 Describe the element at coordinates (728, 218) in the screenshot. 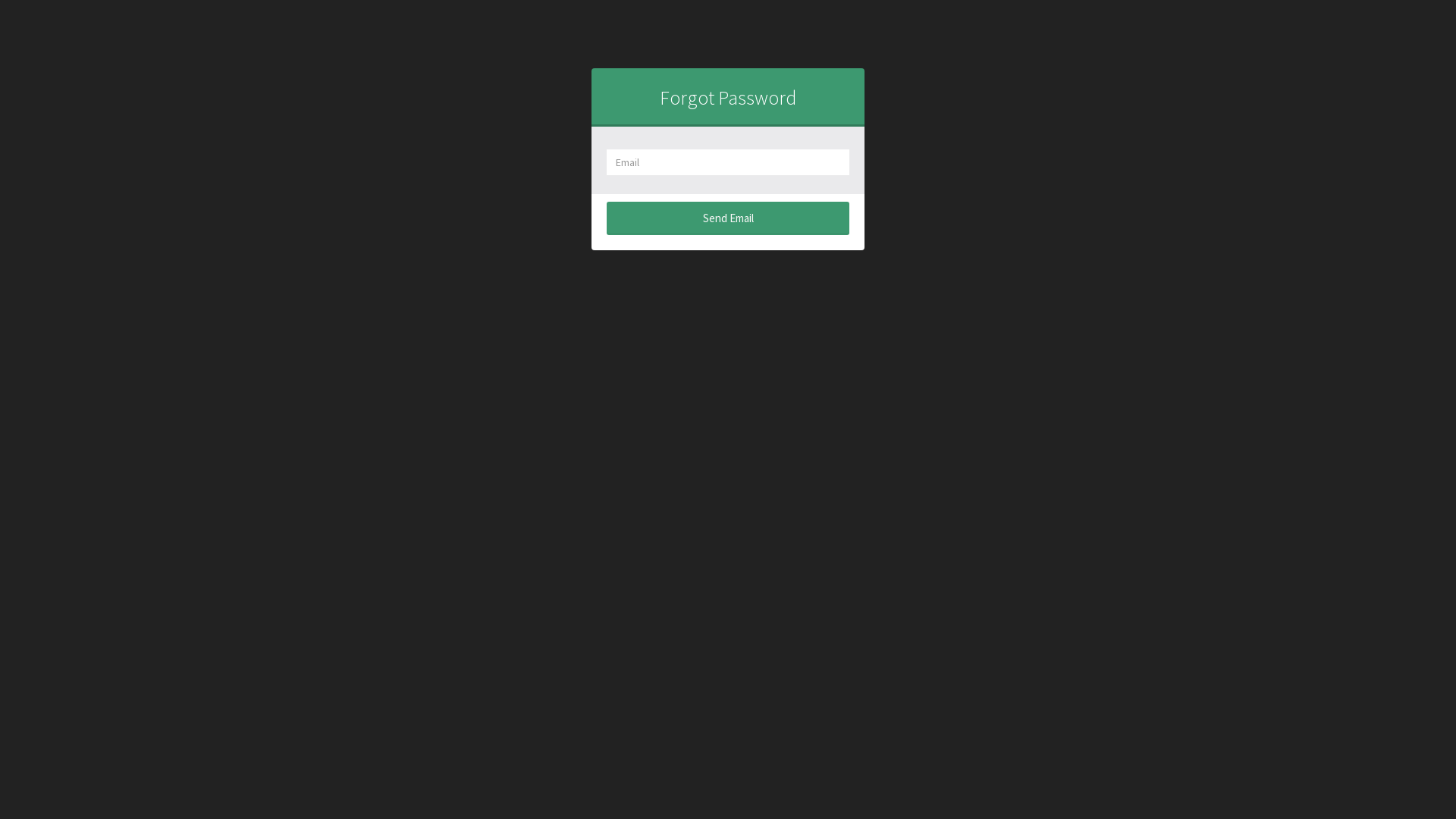

I see `'Send Email'` at that location.